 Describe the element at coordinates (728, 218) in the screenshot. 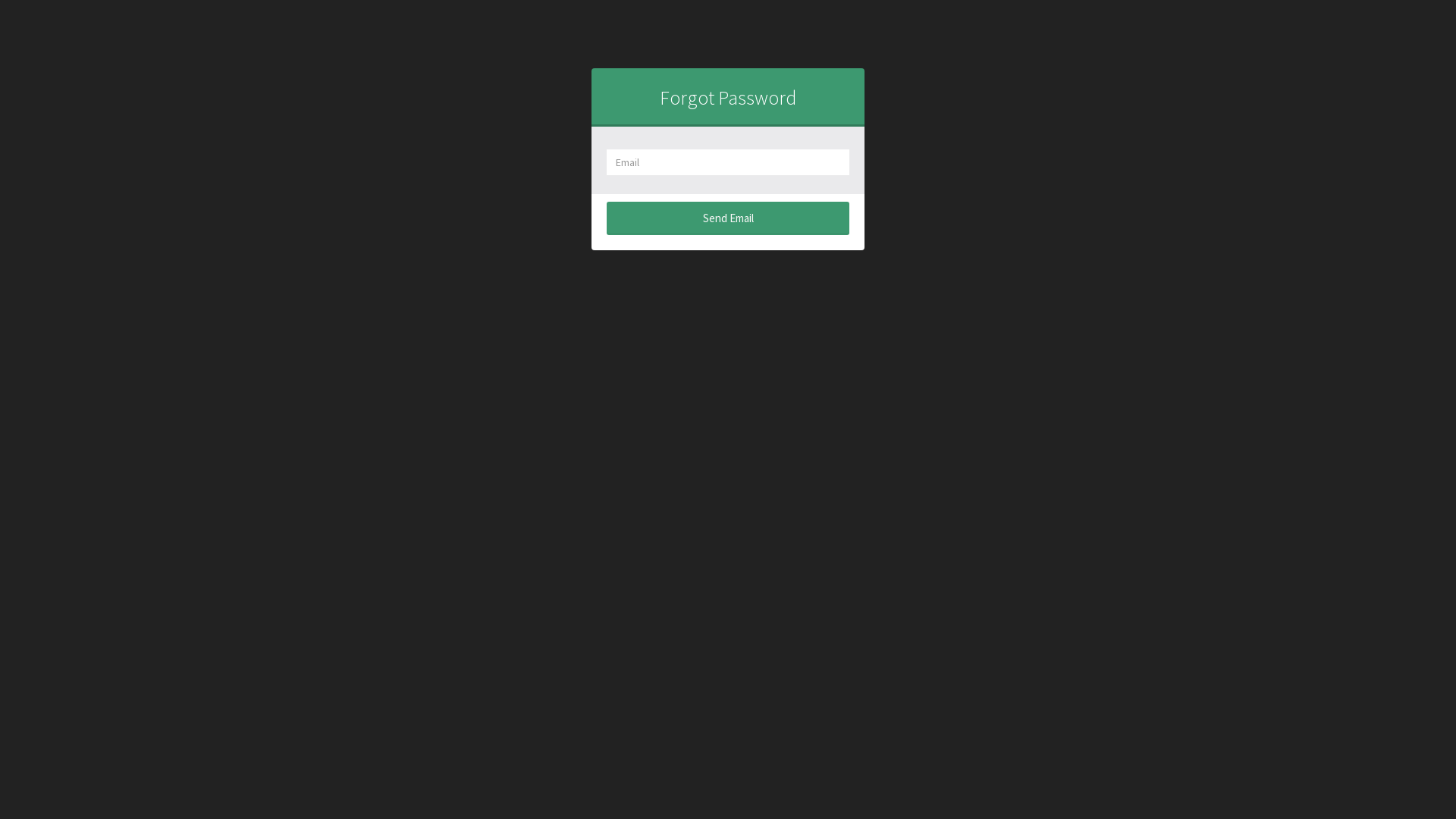

I see `'Send Email'` at that location.